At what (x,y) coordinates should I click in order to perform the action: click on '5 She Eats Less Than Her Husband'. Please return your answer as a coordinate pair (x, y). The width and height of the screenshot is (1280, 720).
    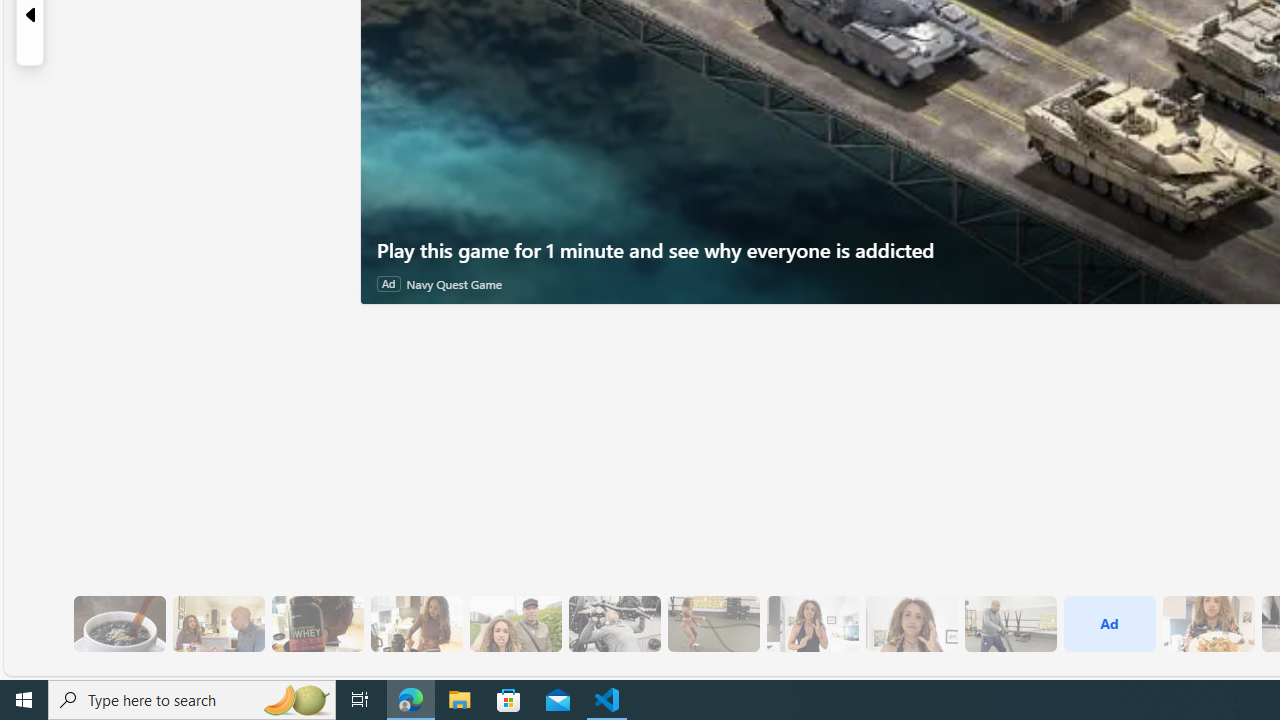
    Looking at the image, I should click on (218, 623).